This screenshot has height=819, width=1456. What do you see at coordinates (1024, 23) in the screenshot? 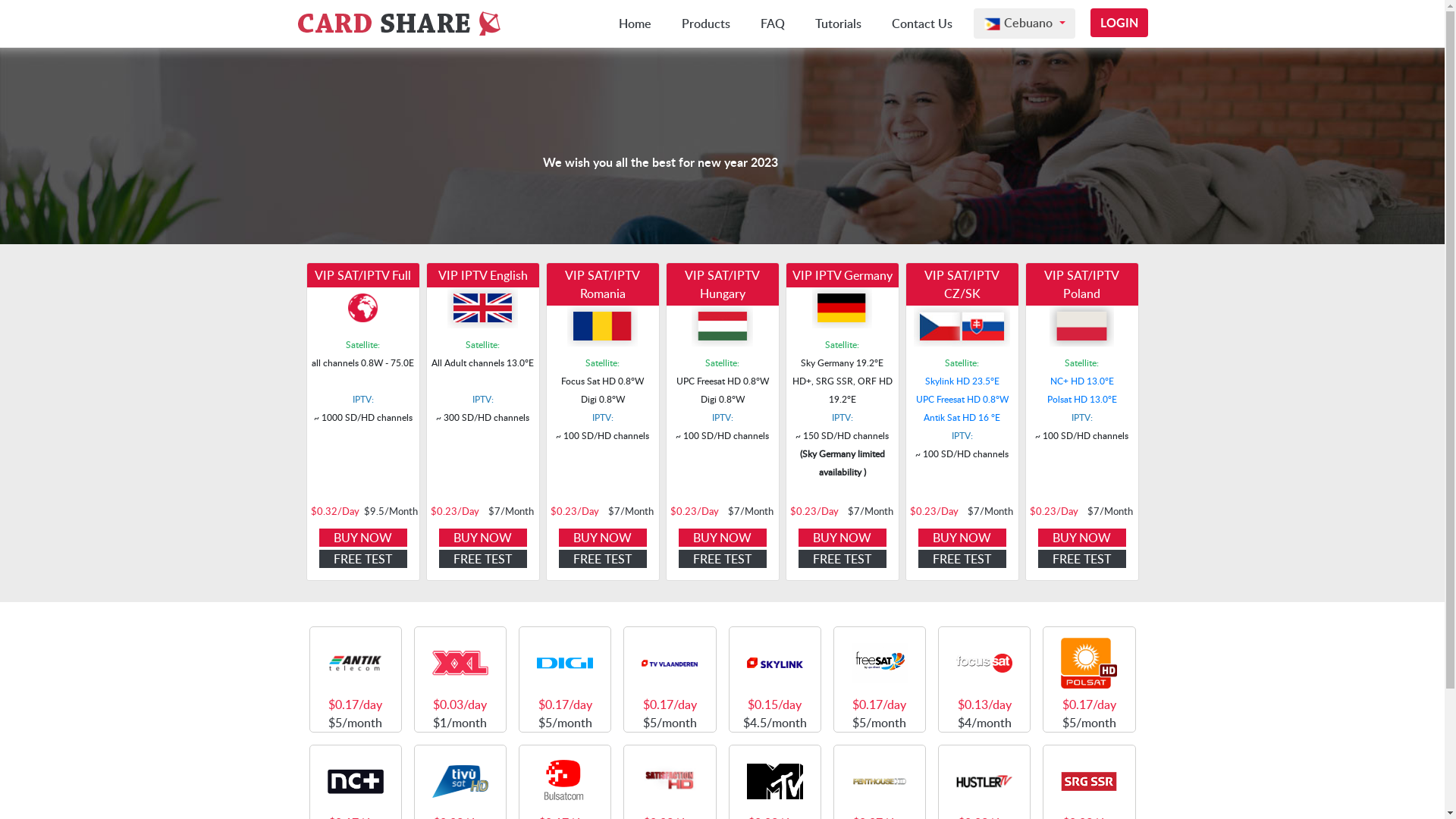
I see `'Cebuano'` at bounding box center [1024, 23].